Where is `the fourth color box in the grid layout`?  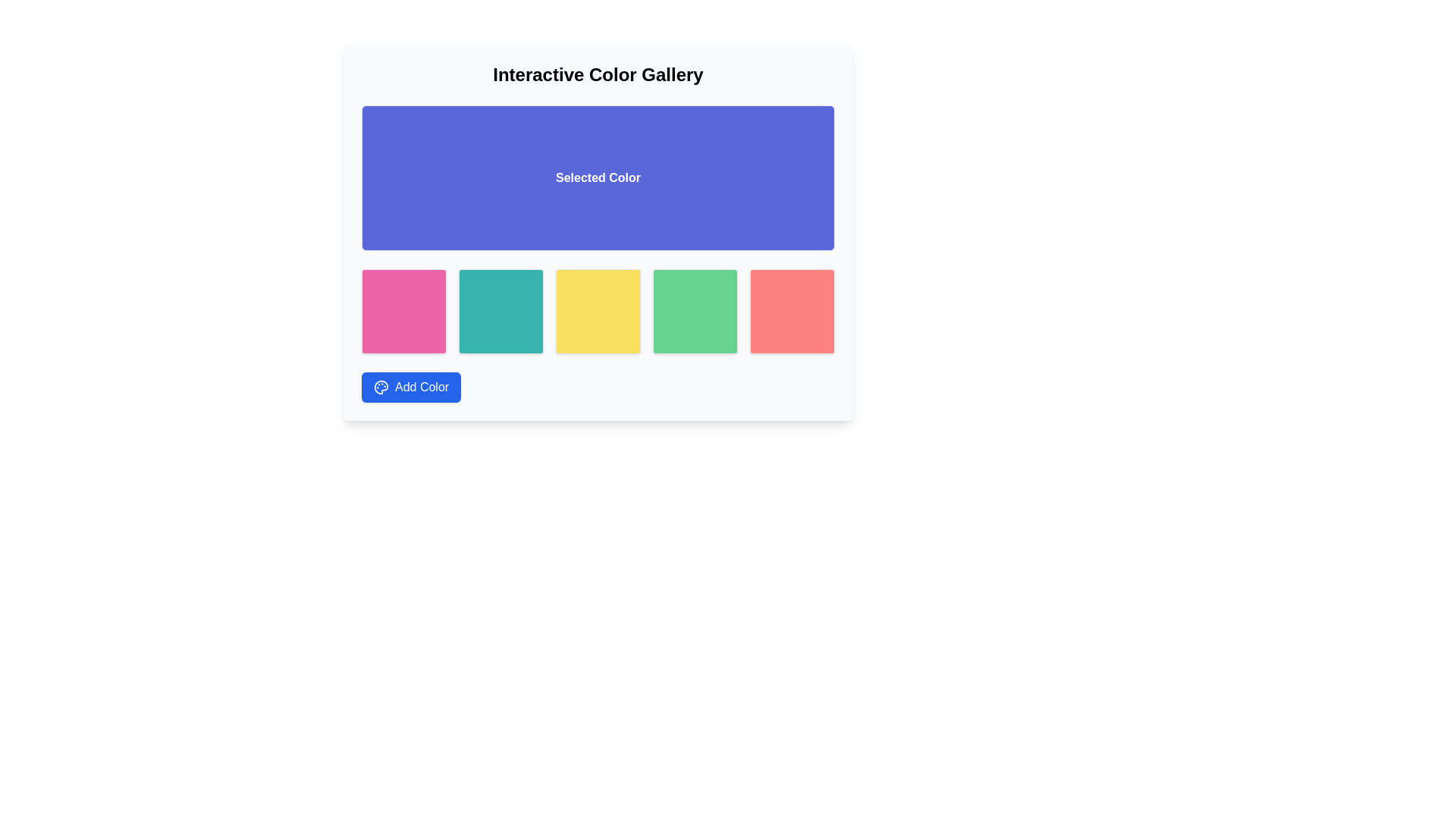 the fourth color box in the grid layout is located at coordinates (694, 311).